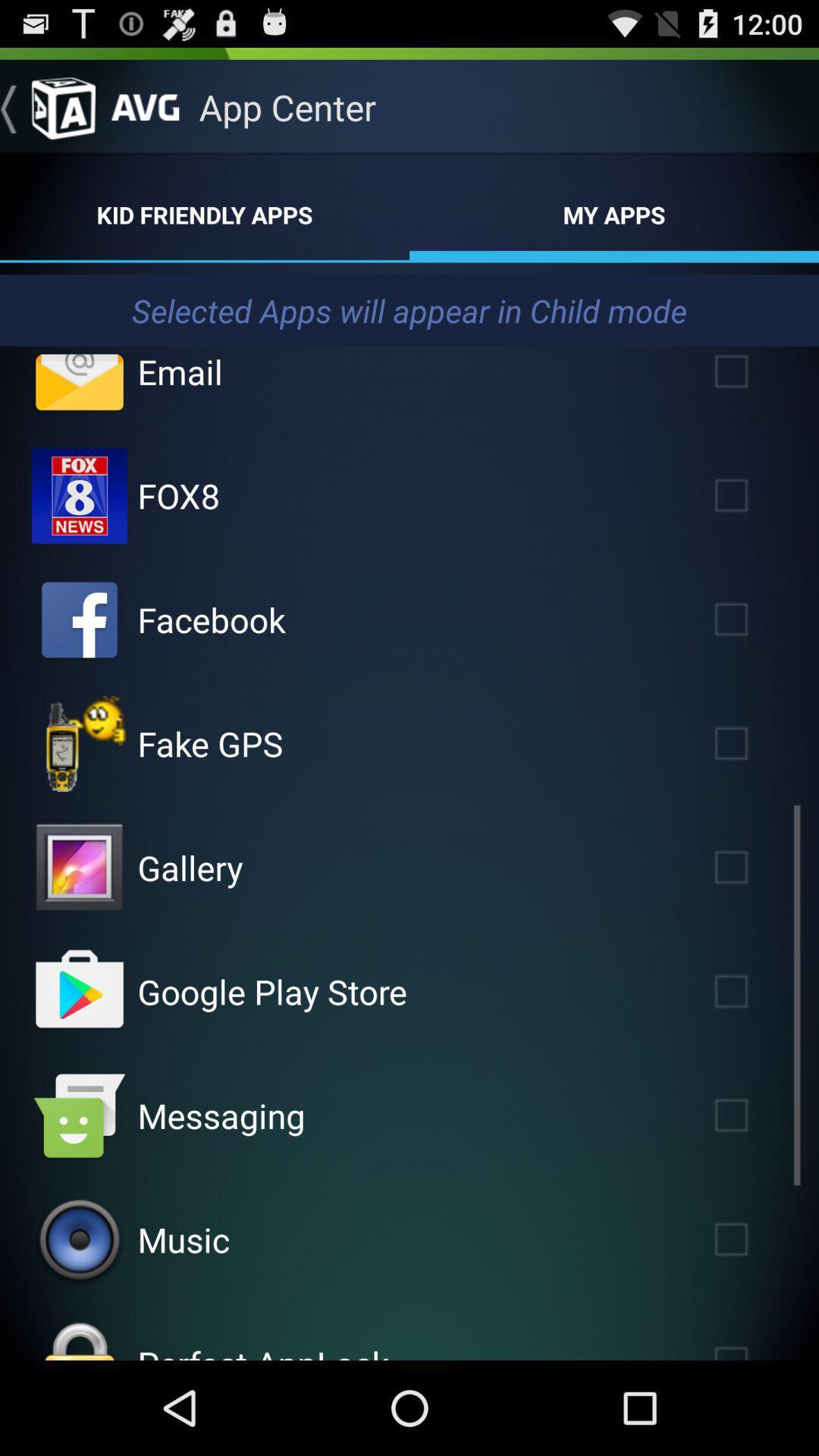 The width and height of the screenshot is (819, 1456). I want to click on email app, so click(753, 378).